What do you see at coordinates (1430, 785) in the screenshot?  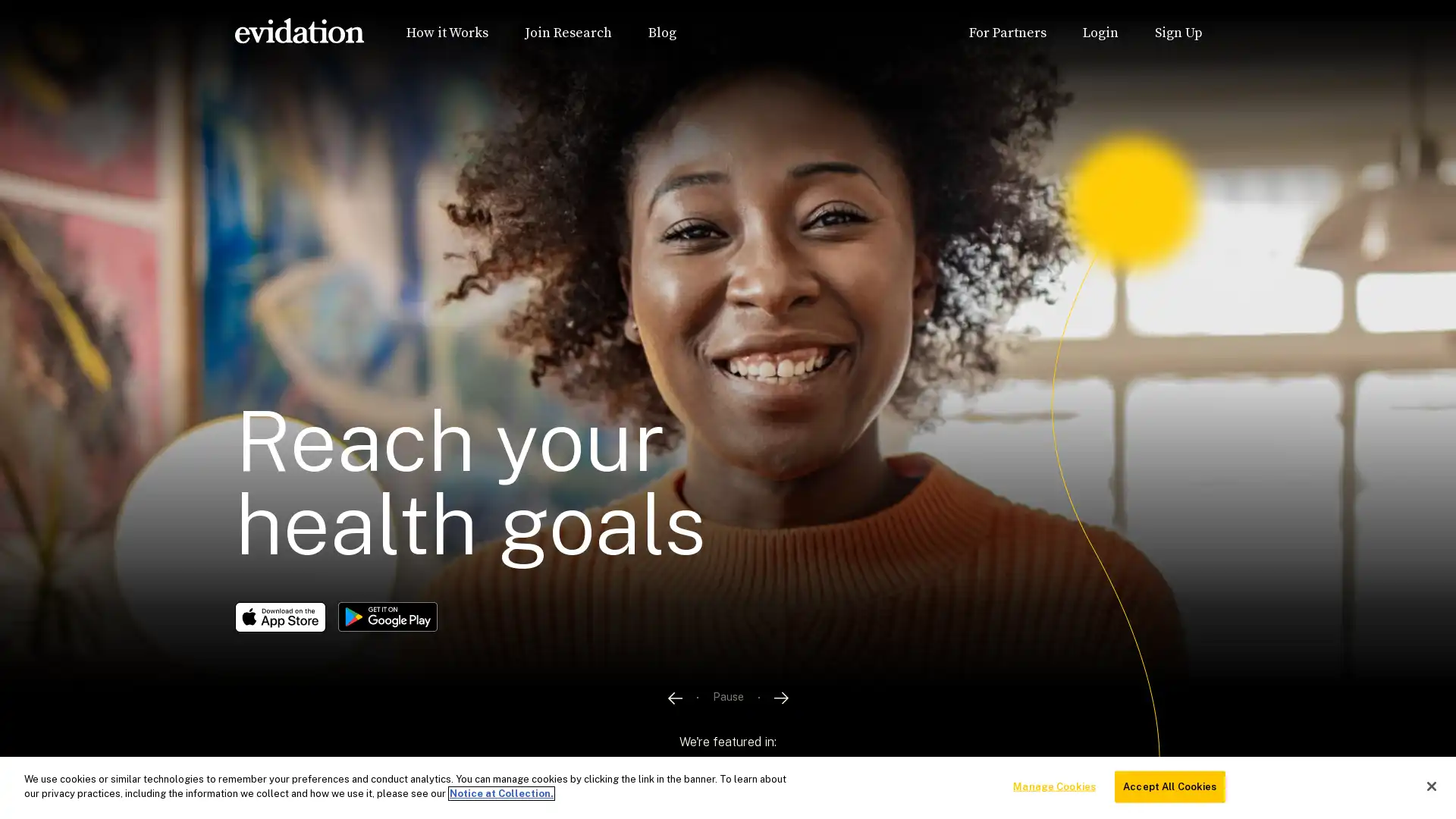 I see `Close` at bounding box center [1430, 785].